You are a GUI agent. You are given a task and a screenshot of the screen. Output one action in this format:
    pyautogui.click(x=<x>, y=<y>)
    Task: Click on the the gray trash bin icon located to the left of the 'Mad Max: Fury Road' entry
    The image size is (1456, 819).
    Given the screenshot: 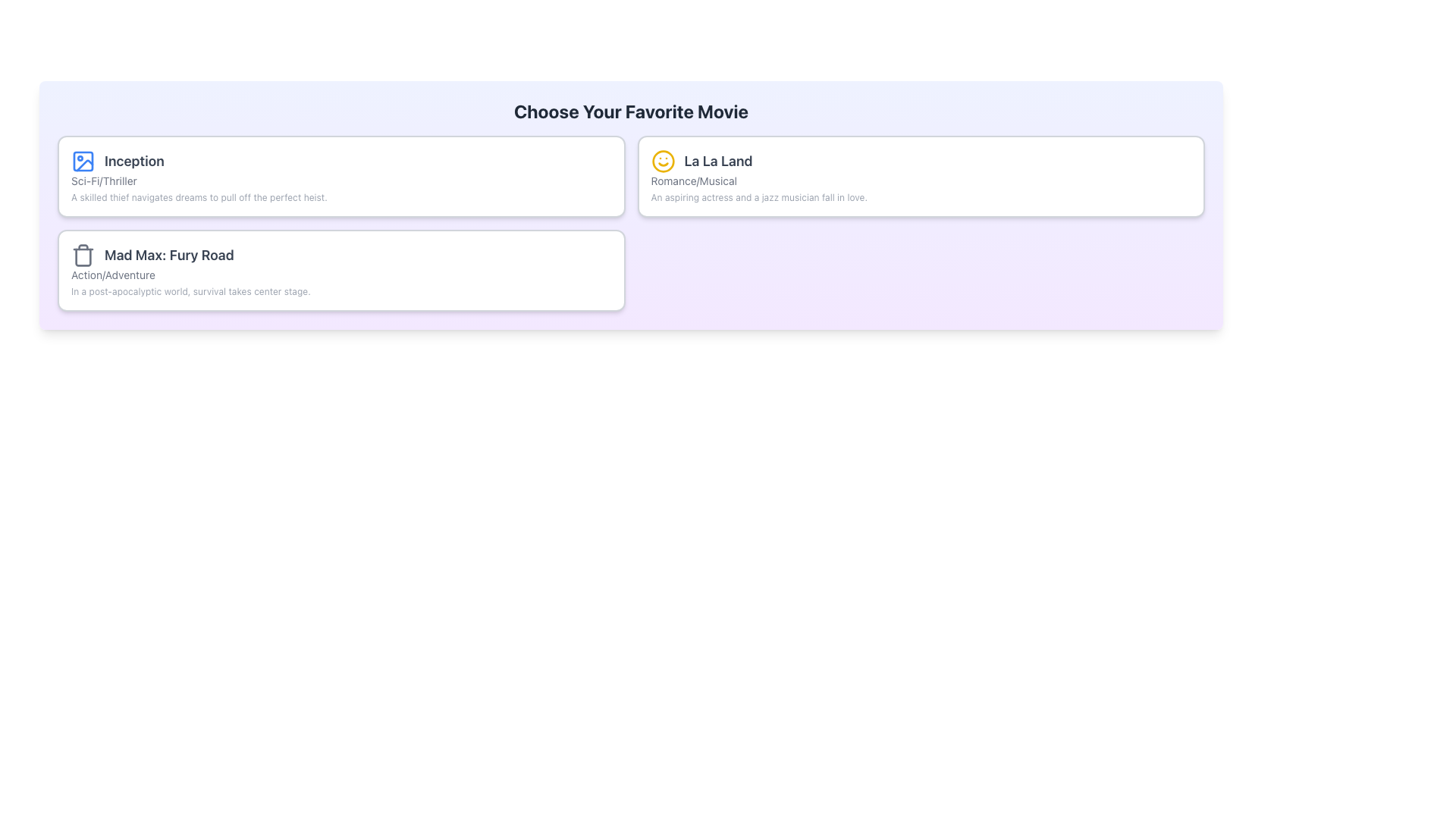 What is the action you would take?
    pyautogui.click(x=83, y=254)
    